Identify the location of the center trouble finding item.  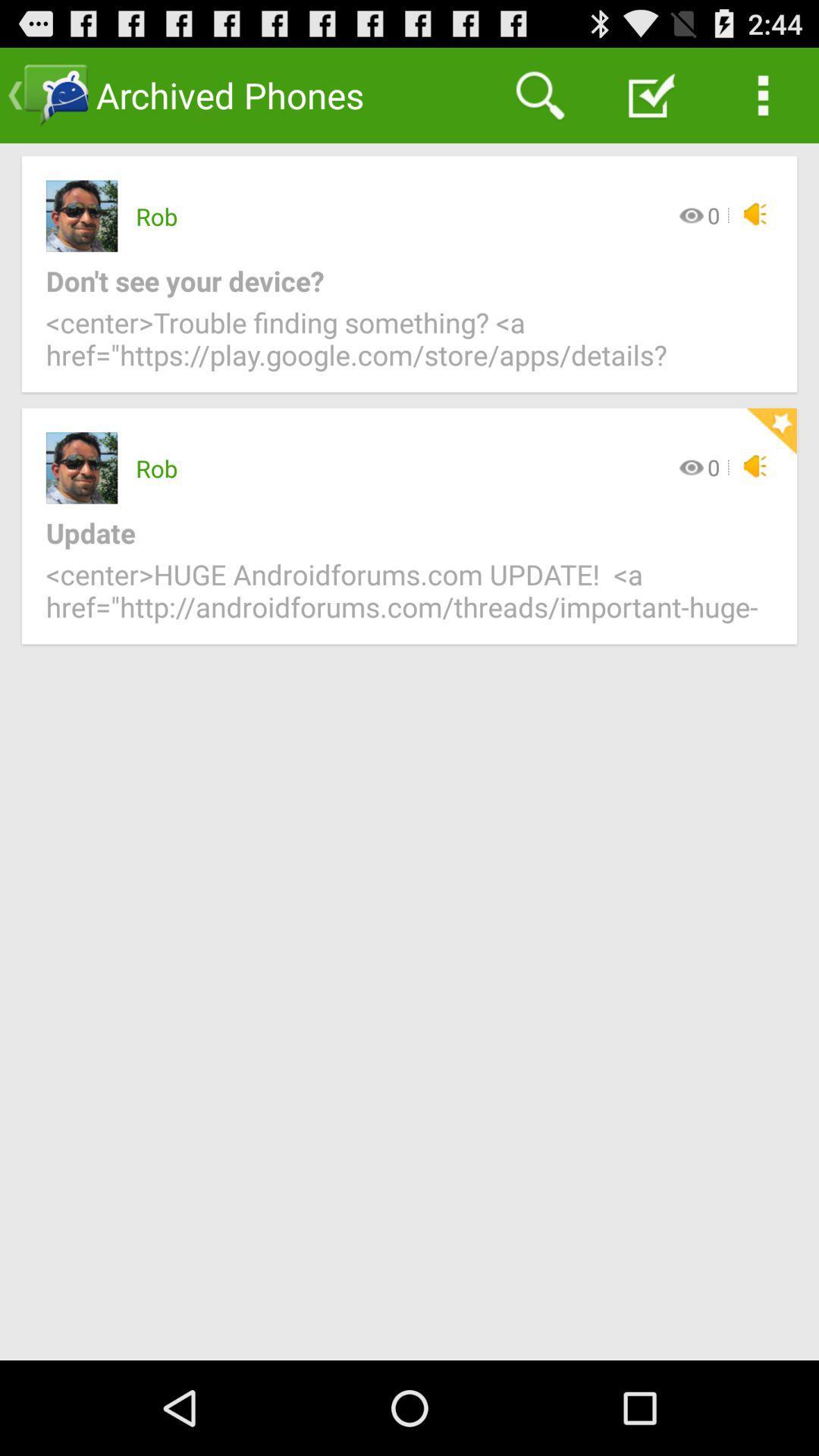
(409, 347).